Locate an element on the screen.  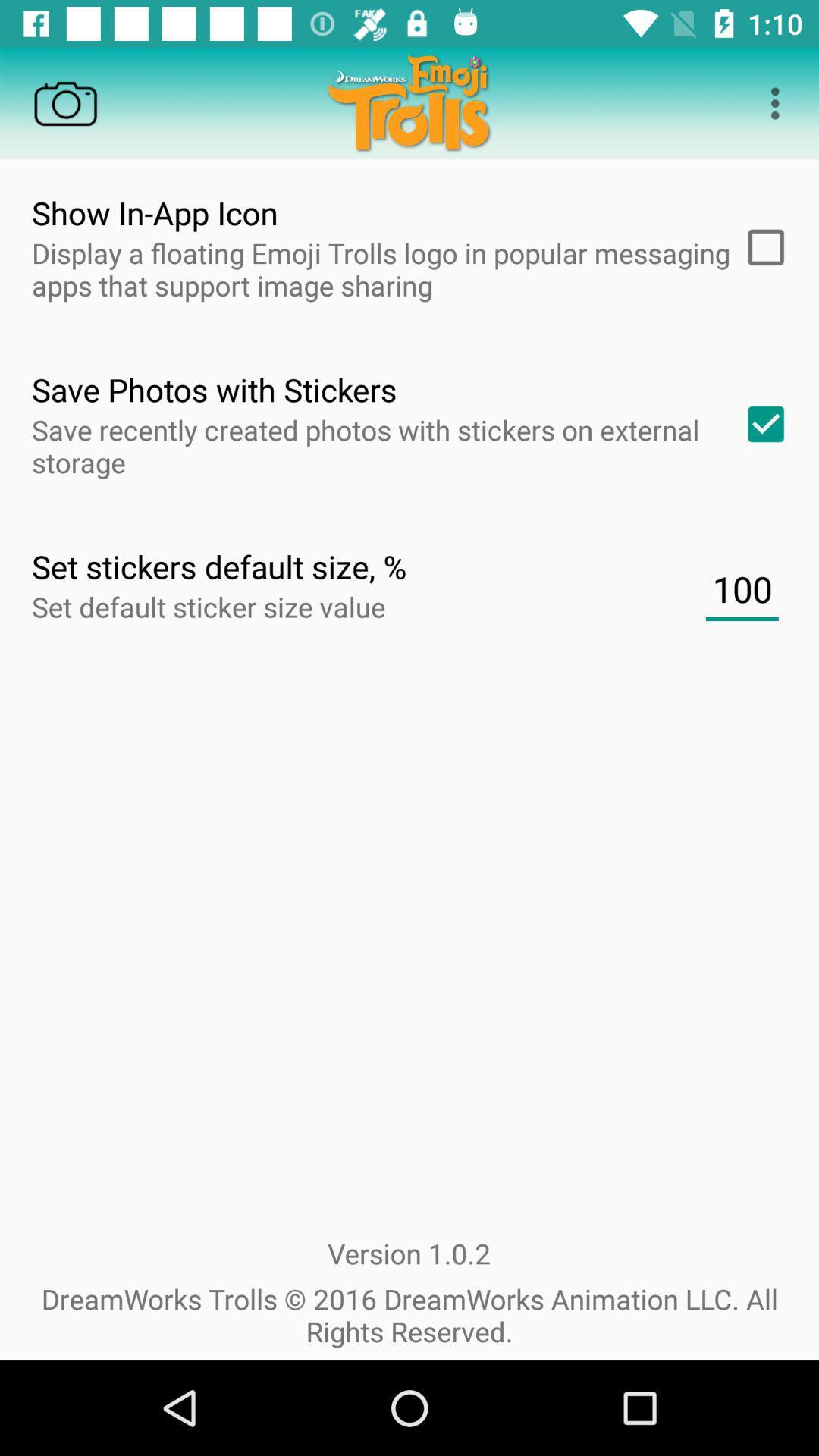
item below the save recently created icon is located at coordinates (741, 588).